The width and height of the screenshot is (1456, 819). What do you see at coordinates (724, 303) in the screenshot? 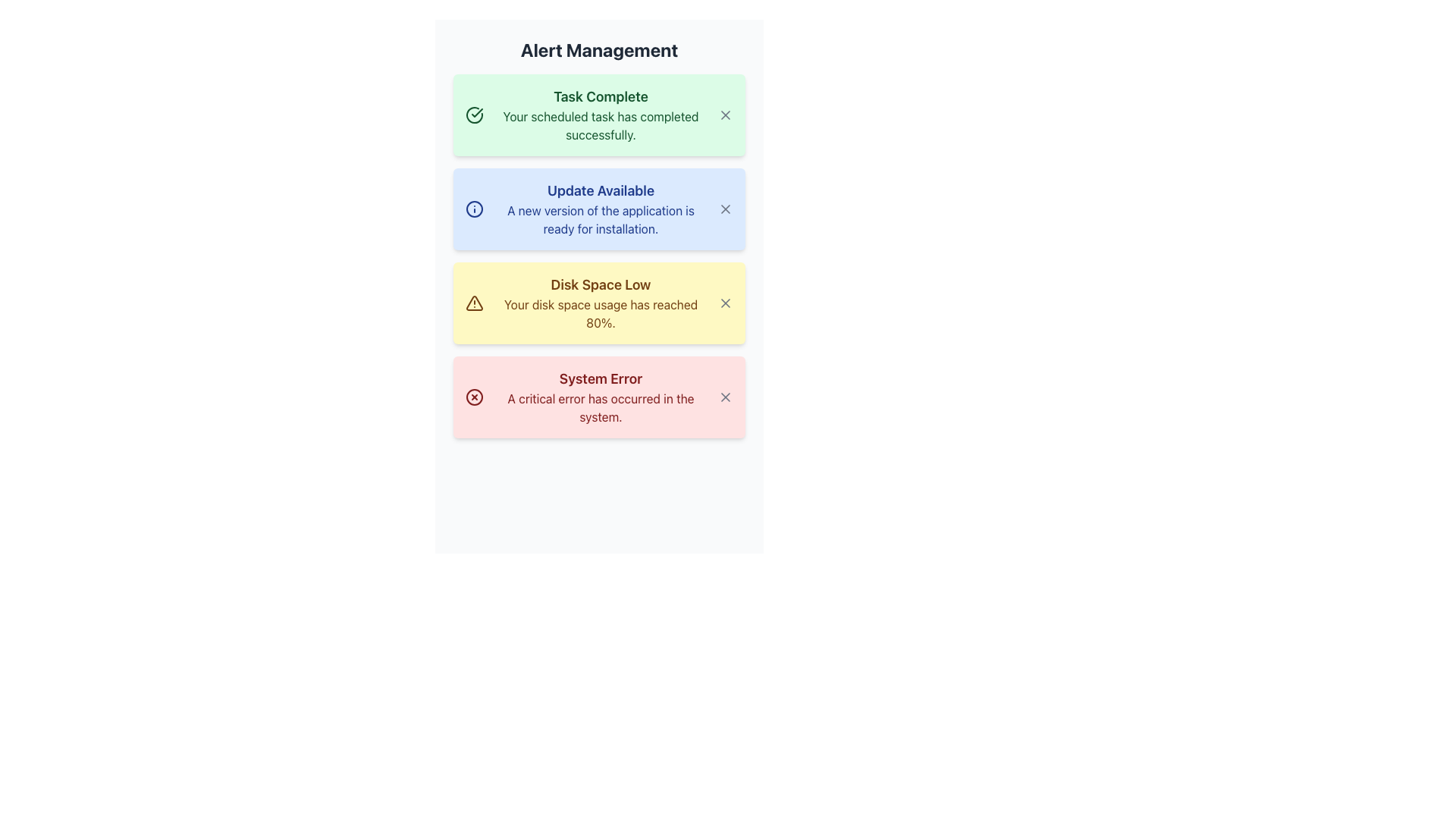
I see `the Close Button located inside the yellow notification box` at bounding box center [724, 303].